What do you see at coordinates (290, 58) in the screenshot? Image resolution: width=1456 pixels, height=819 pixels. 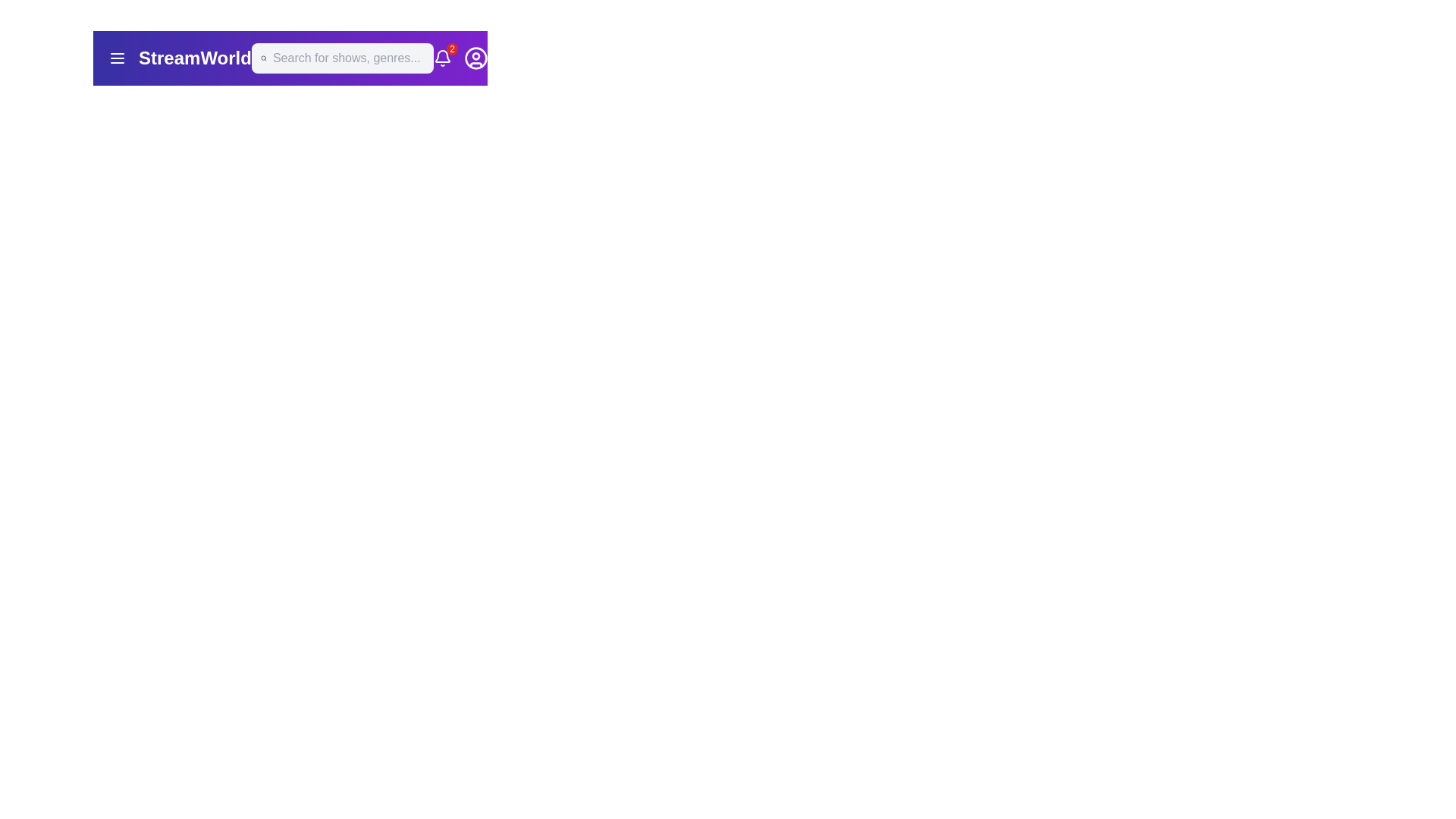 I see `the search bar with the placeholder text 'Search for shows, genres...'` at bounding box center [290, 58].